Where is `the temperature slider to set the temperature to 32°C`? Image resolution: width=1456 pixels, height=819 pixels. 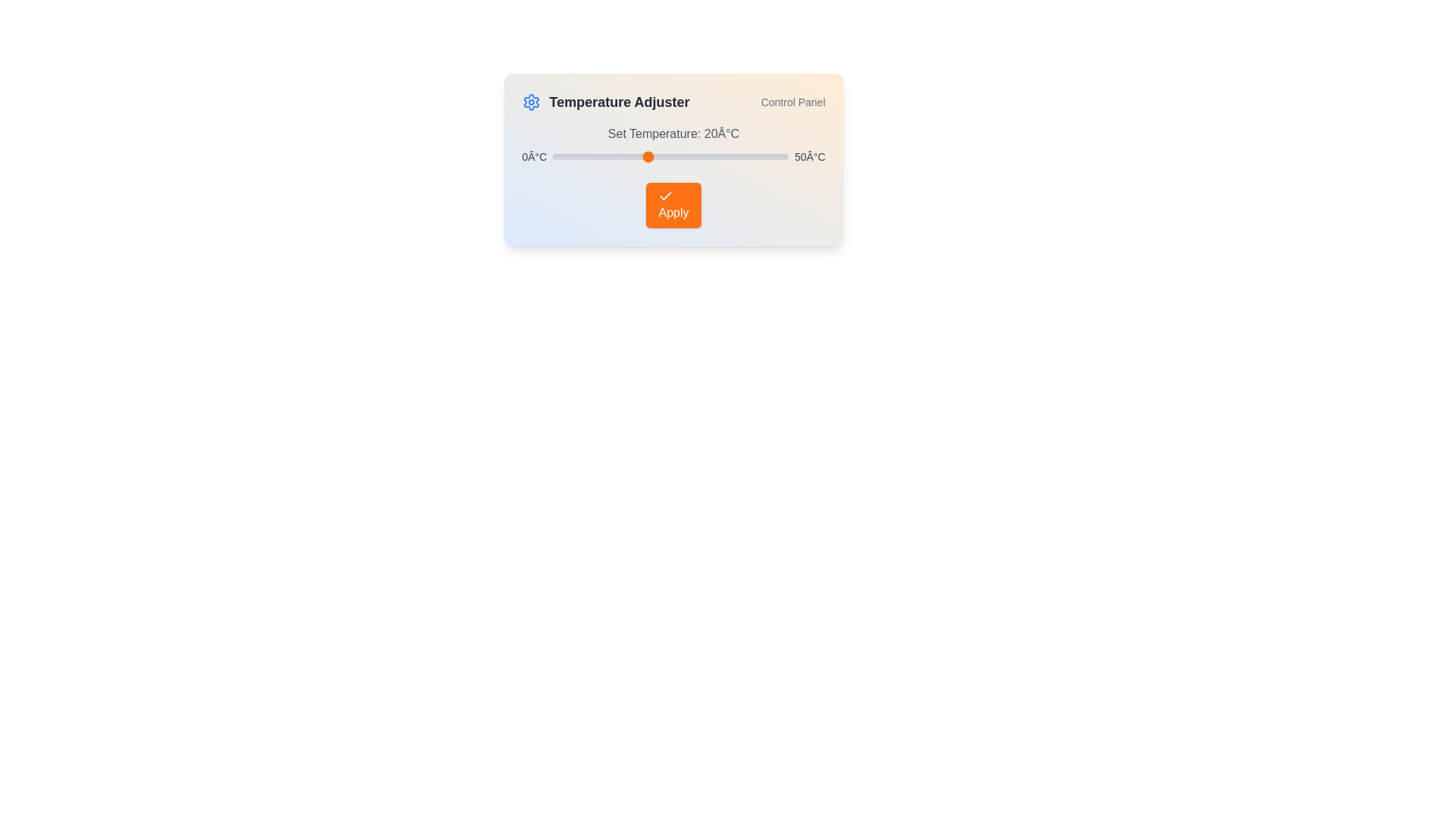
the temperature slider to set the temperature to 32°C is located at coordinates (703, 157).